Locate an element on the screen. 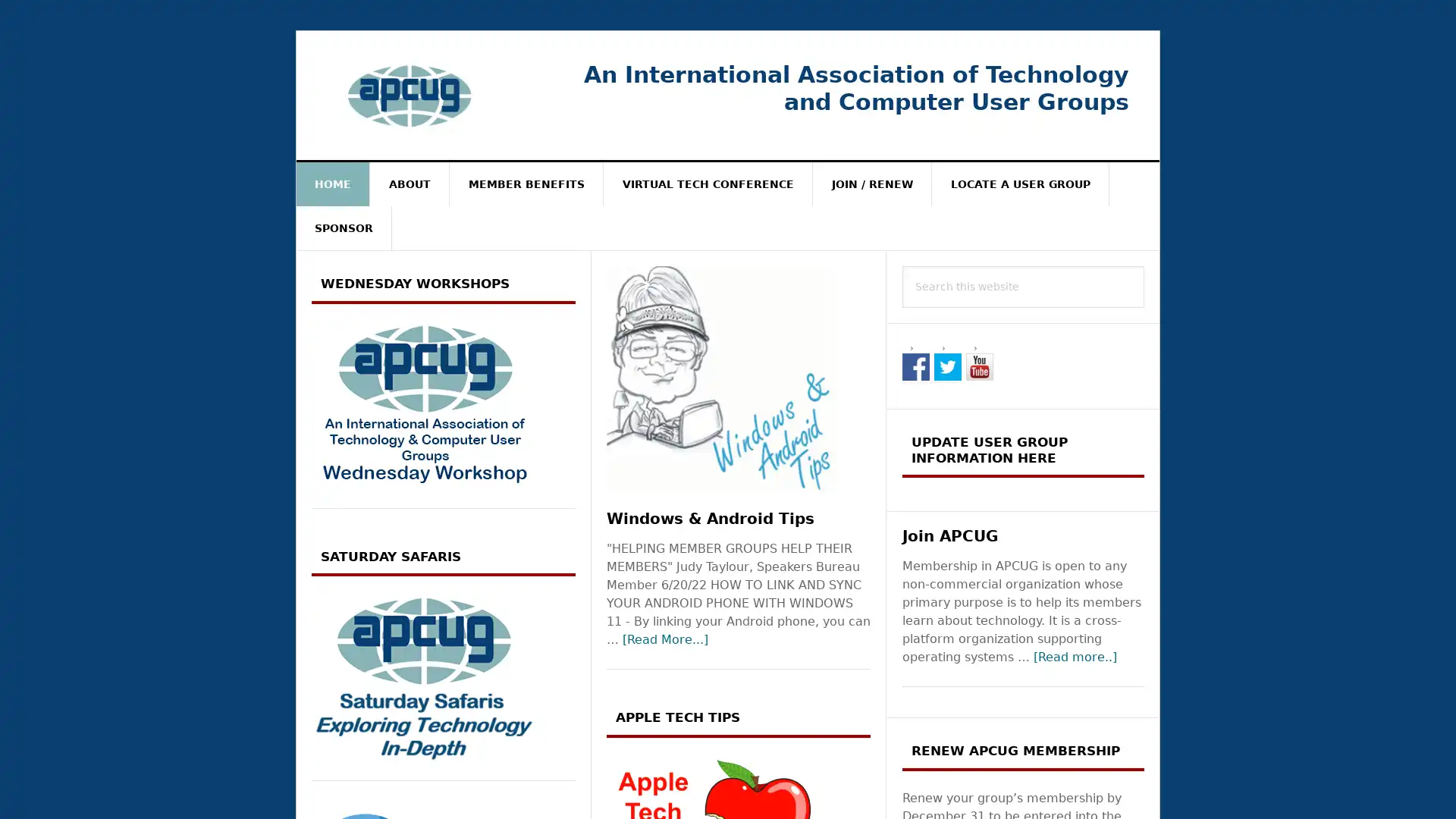 The width and height of the screenshot is (1456, 819). Search is located at coordinates (1144, 265).